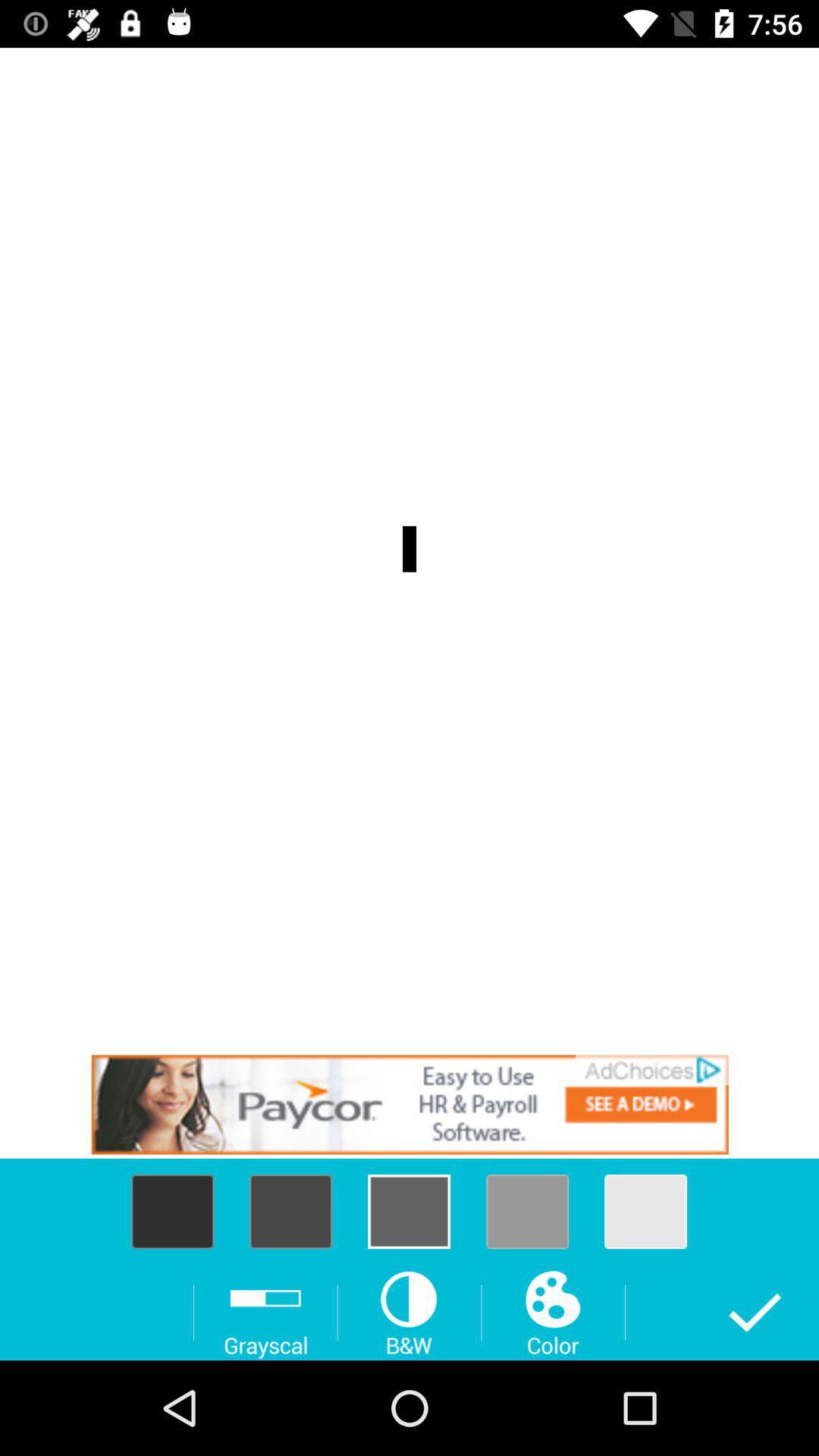 This screenshot has width=819, height=1456. I want to click on the check icon, so click(755, 1312).